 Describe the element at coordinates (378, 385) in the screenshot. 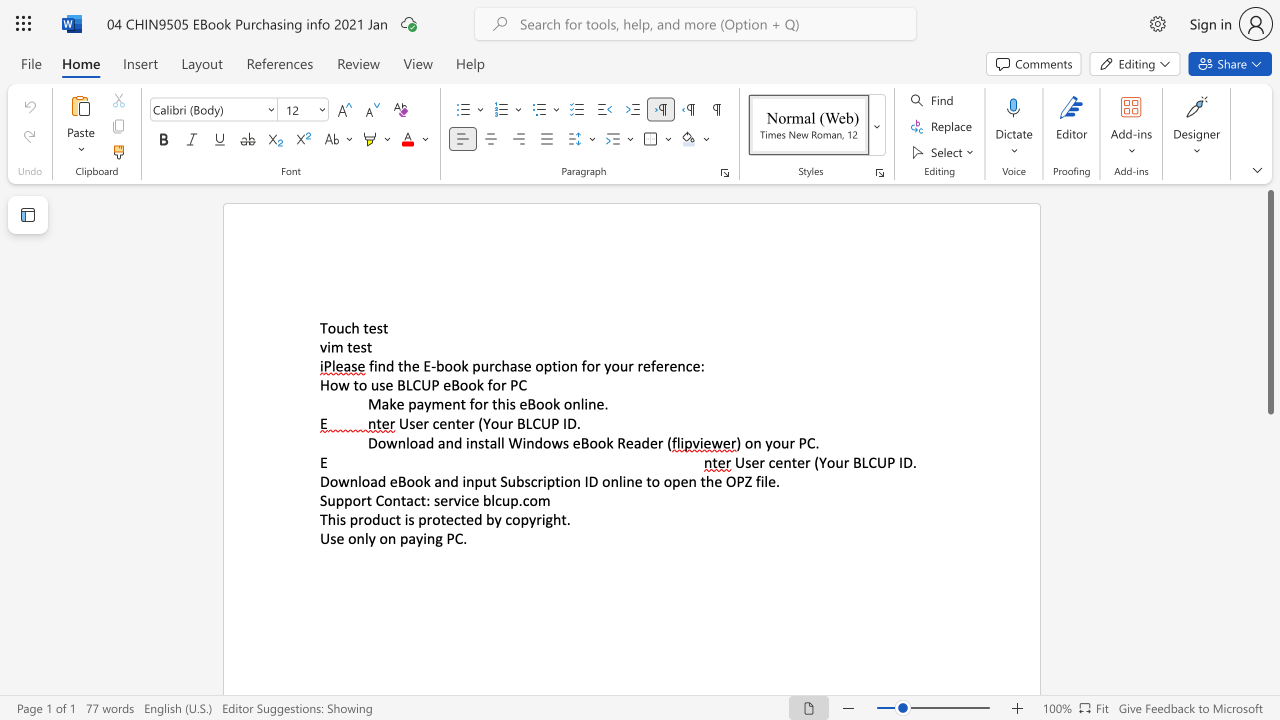

I see `the space between the continuous character "u" and "s" in the text` at that location.